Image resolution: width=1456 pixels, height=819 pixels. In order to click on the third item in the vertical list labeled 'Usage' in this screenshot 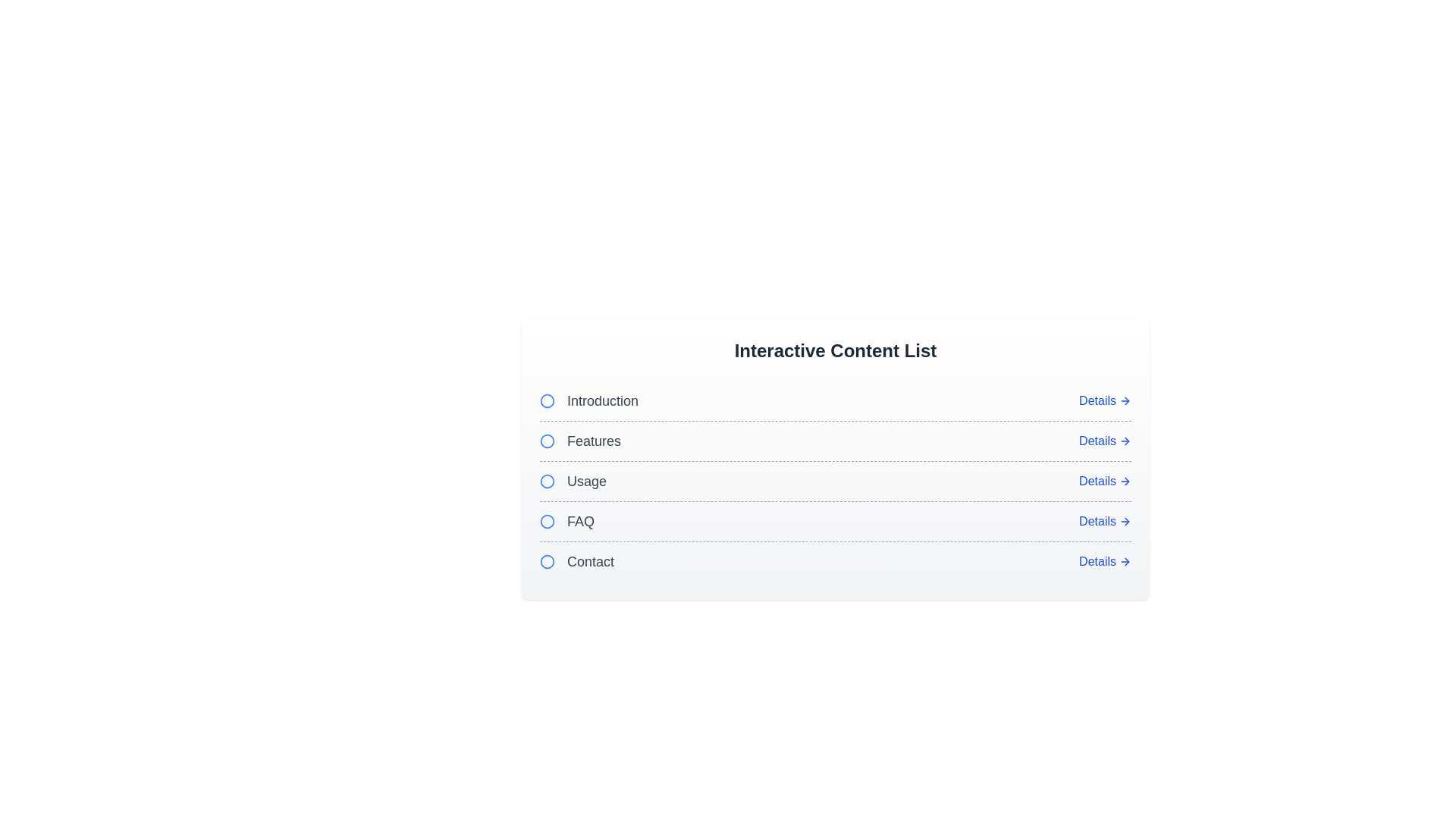, I will do `click(835, 480)`.